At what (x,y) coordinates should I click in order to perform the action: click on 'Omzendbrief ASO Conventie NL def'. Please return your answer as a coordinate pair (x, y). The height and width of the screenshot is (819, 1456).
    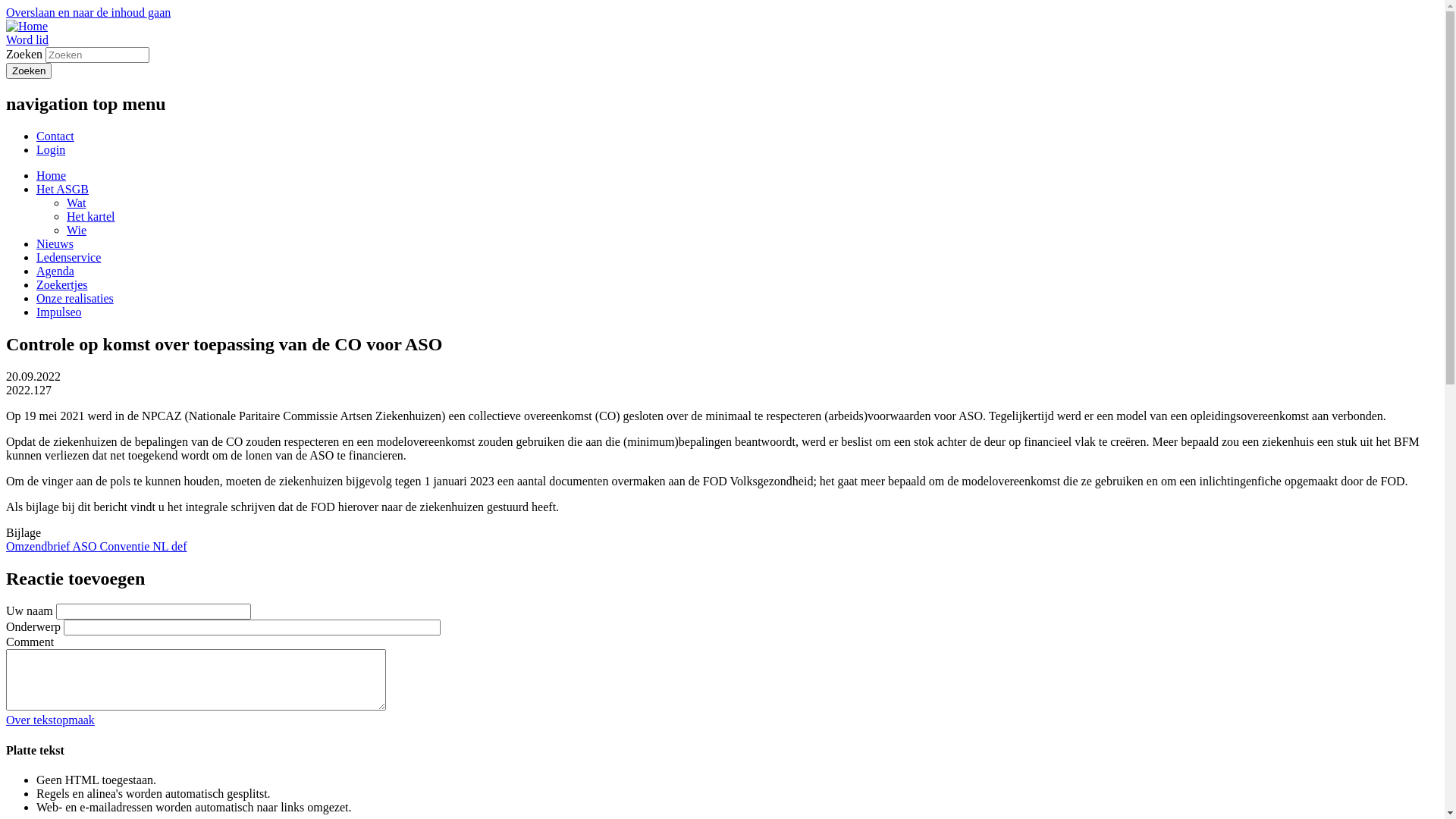
    Looking at the image, I should click on (6, 546).